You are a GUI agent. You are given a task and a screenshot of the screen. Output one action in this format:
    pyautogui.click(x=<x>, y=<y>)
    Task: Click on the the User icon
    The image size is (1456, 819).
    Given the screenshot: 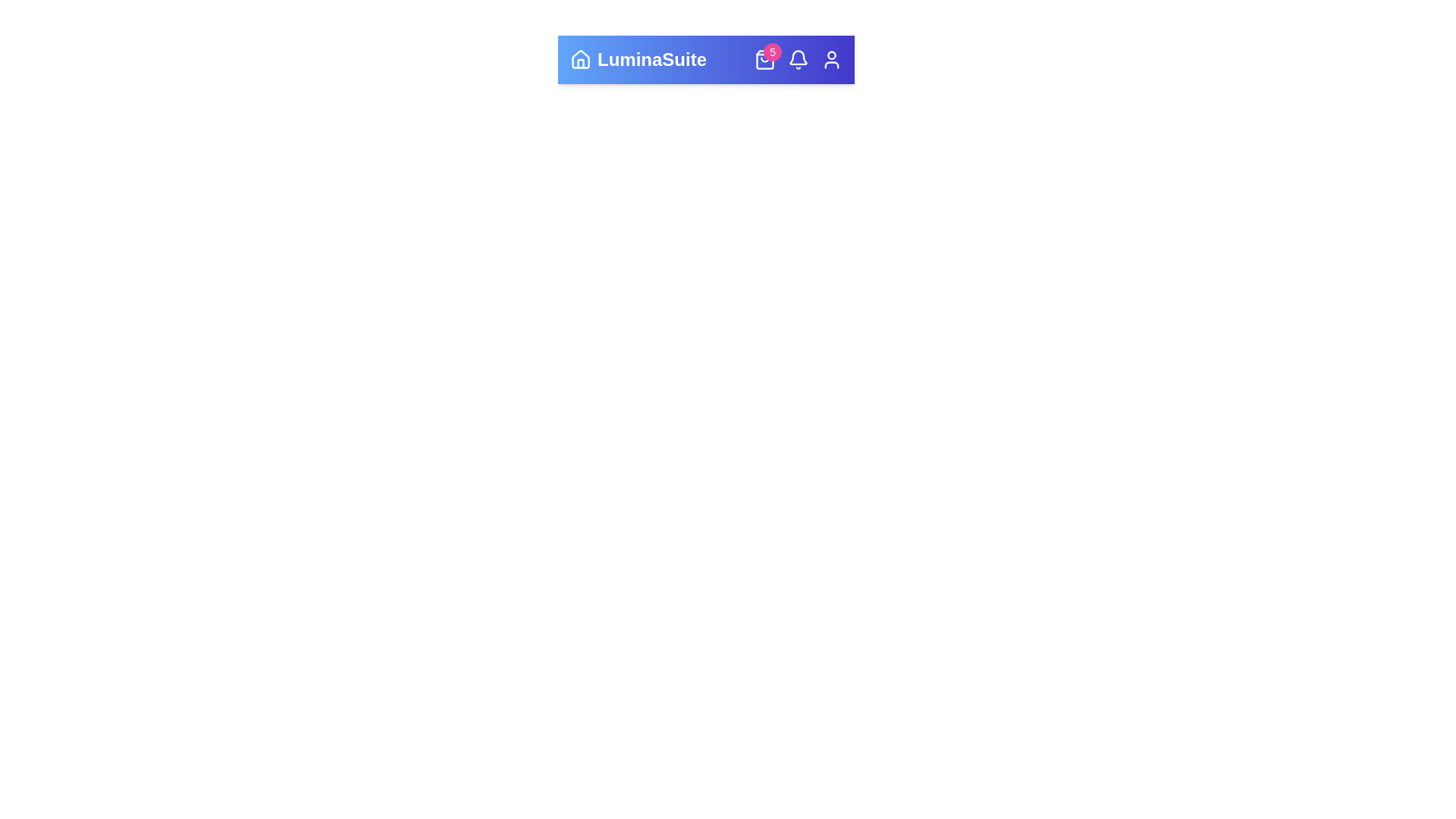 What is the action you would take?
    pyautogui.click(x=831, y=58)
    